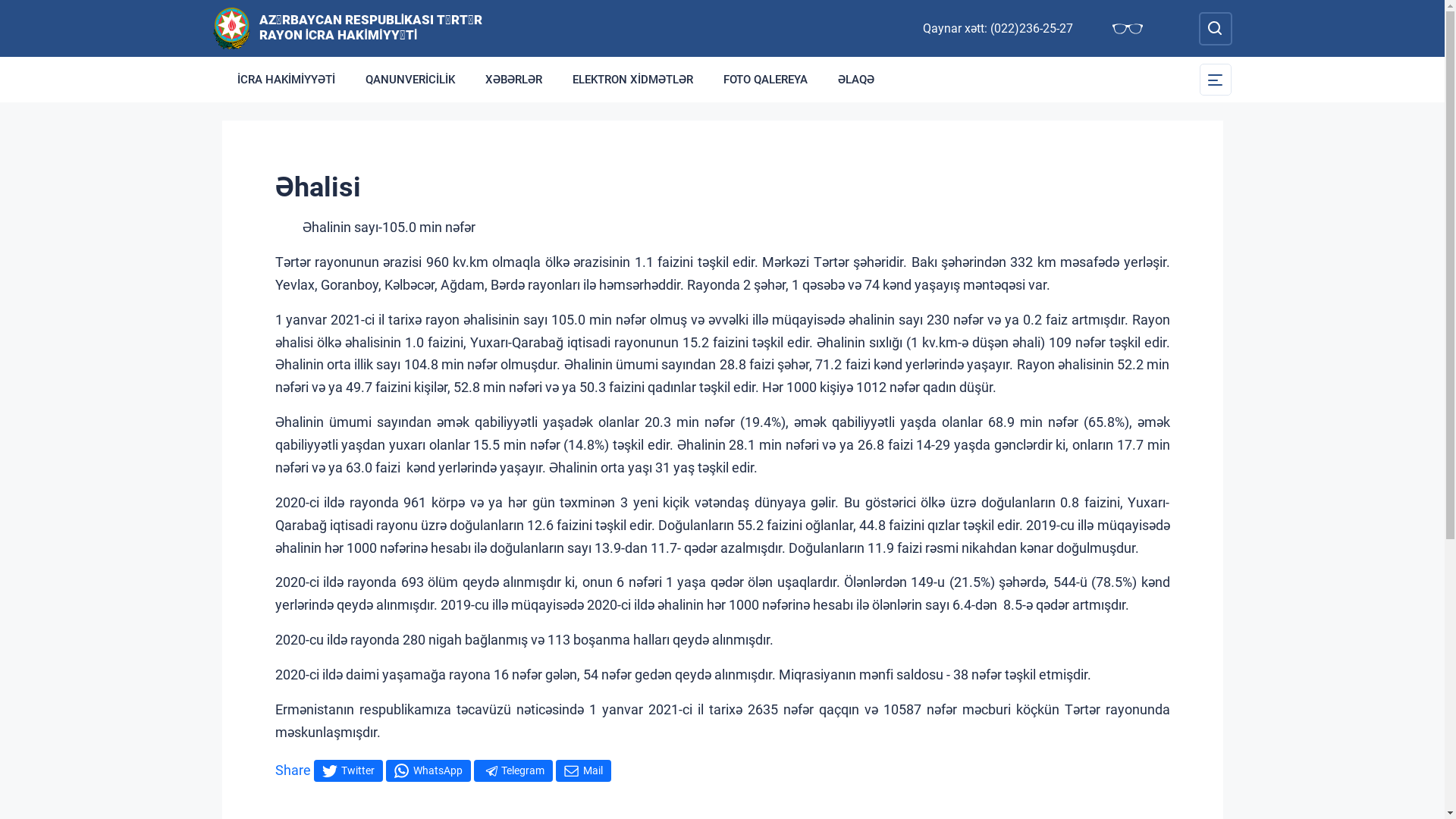  What do you see at coordinates (513, 770) in the screenshot?
I see `'Telegram'` at bounding box center [513, 770].